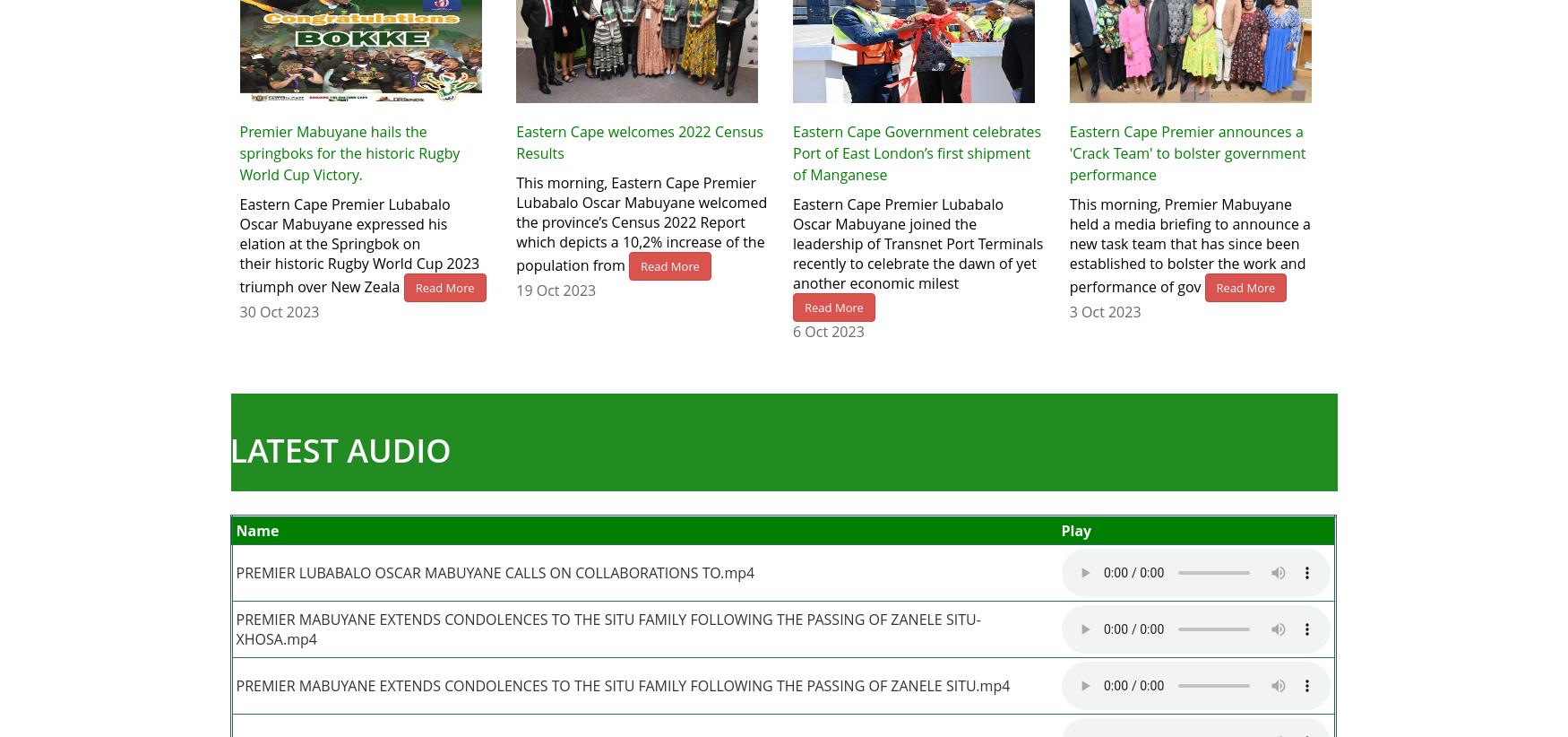 The width and height of the screenshot is (1568, 737). What do you see at coordinates (339, 448) in the screenshot?
I see `'LATEST AUDIO'` at bounding box center [339, 448].